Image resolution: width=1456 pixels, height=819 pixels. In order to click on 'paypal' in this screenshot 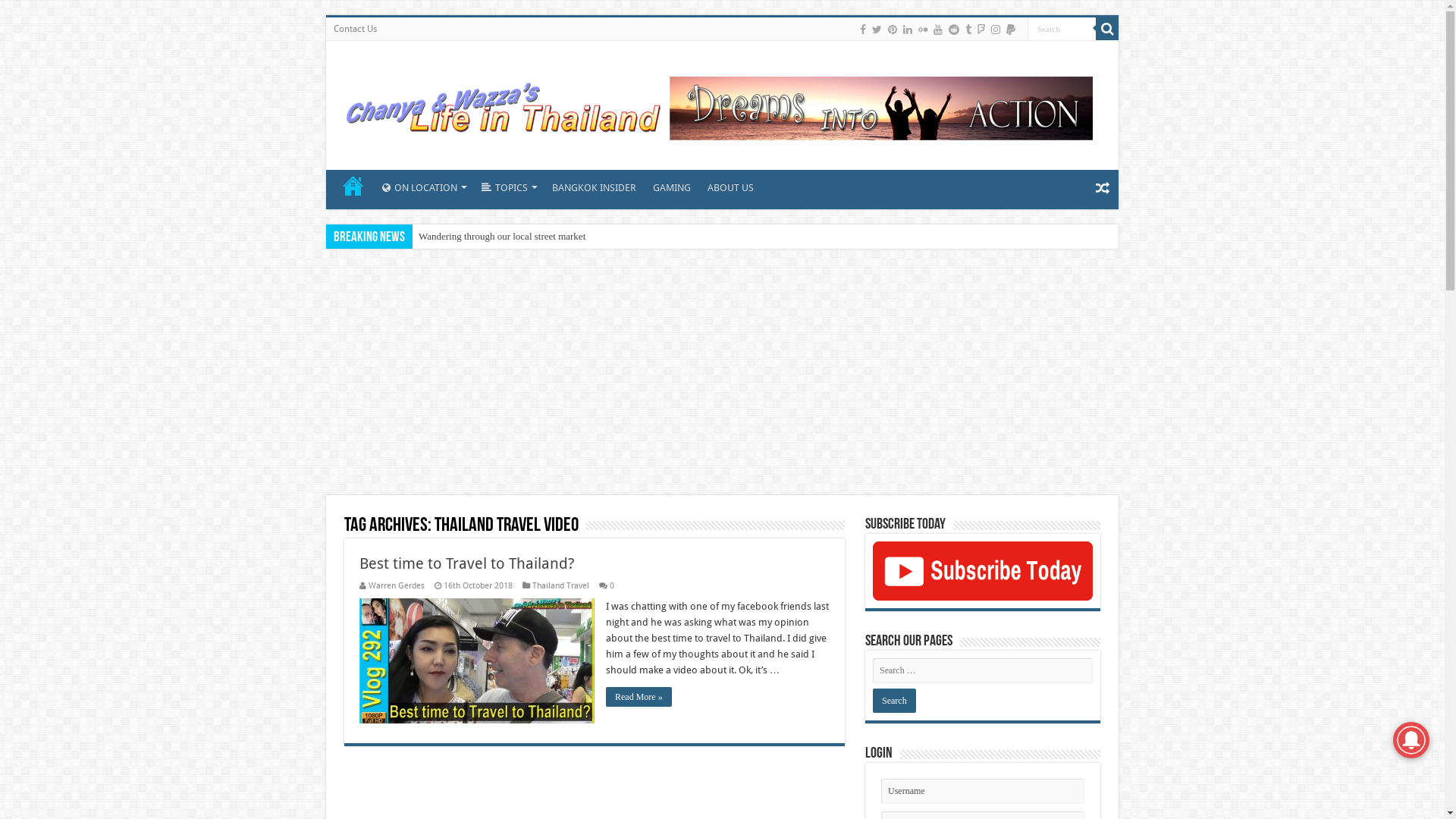, I will do `click(1011, 29)`.